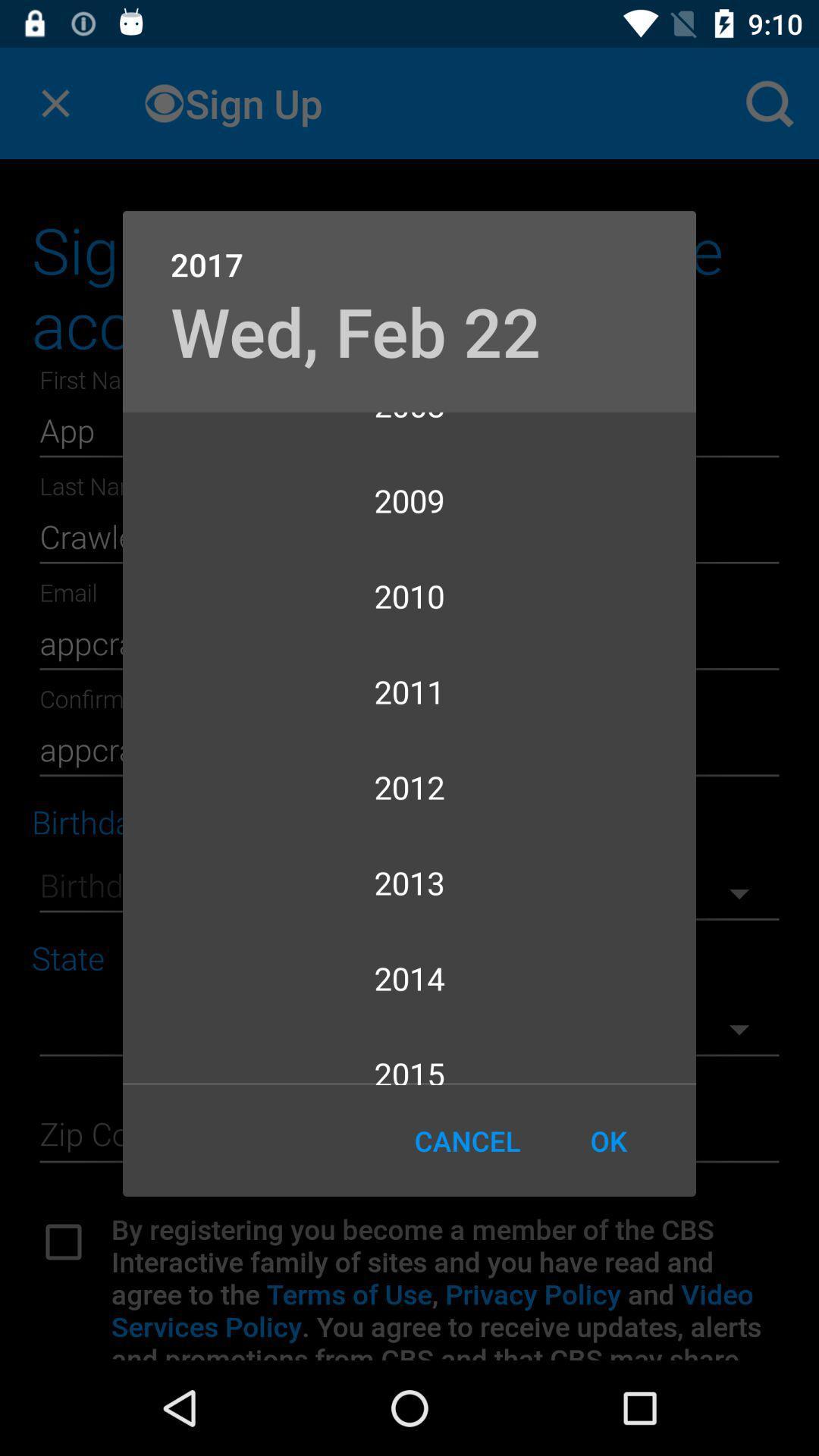  What do you see at coordinates (409, 248) in the screenshot?
I see `the 2017` at bounding box center [409, 248].